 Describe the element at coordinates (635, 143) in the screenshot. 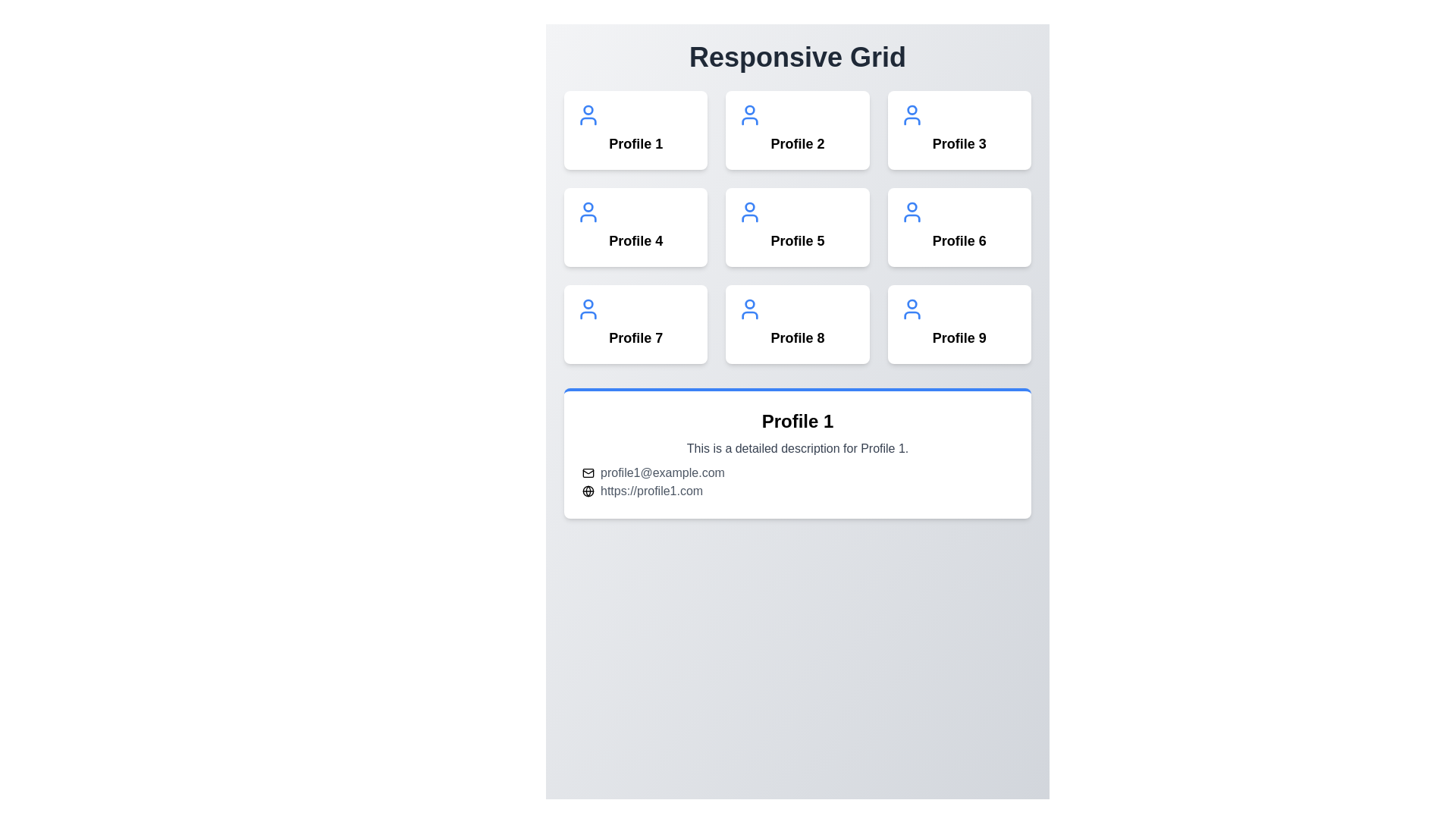

I see `the 'Profile 1' text label, which is prominently displayed in bold, large-sized font within a card in the top-left corner of the interface` at that location.